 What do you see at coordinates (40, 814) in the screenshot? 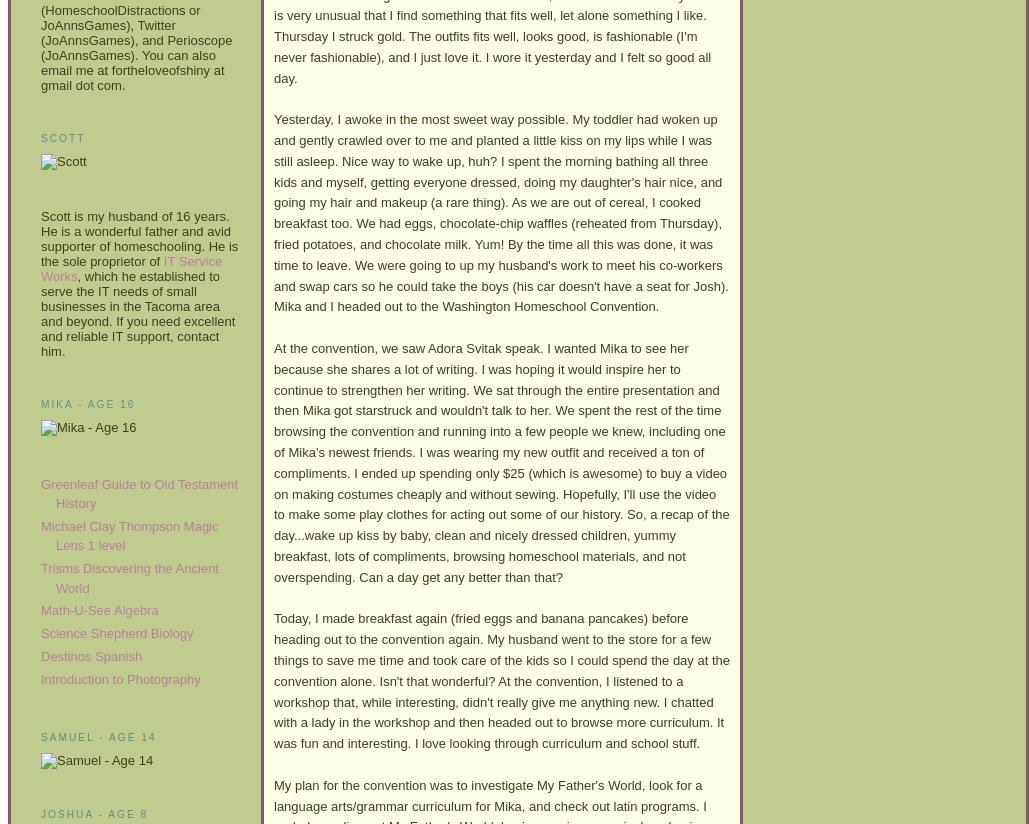
I see `'Joshua - Age 8'` at bounding box center [40, 814].